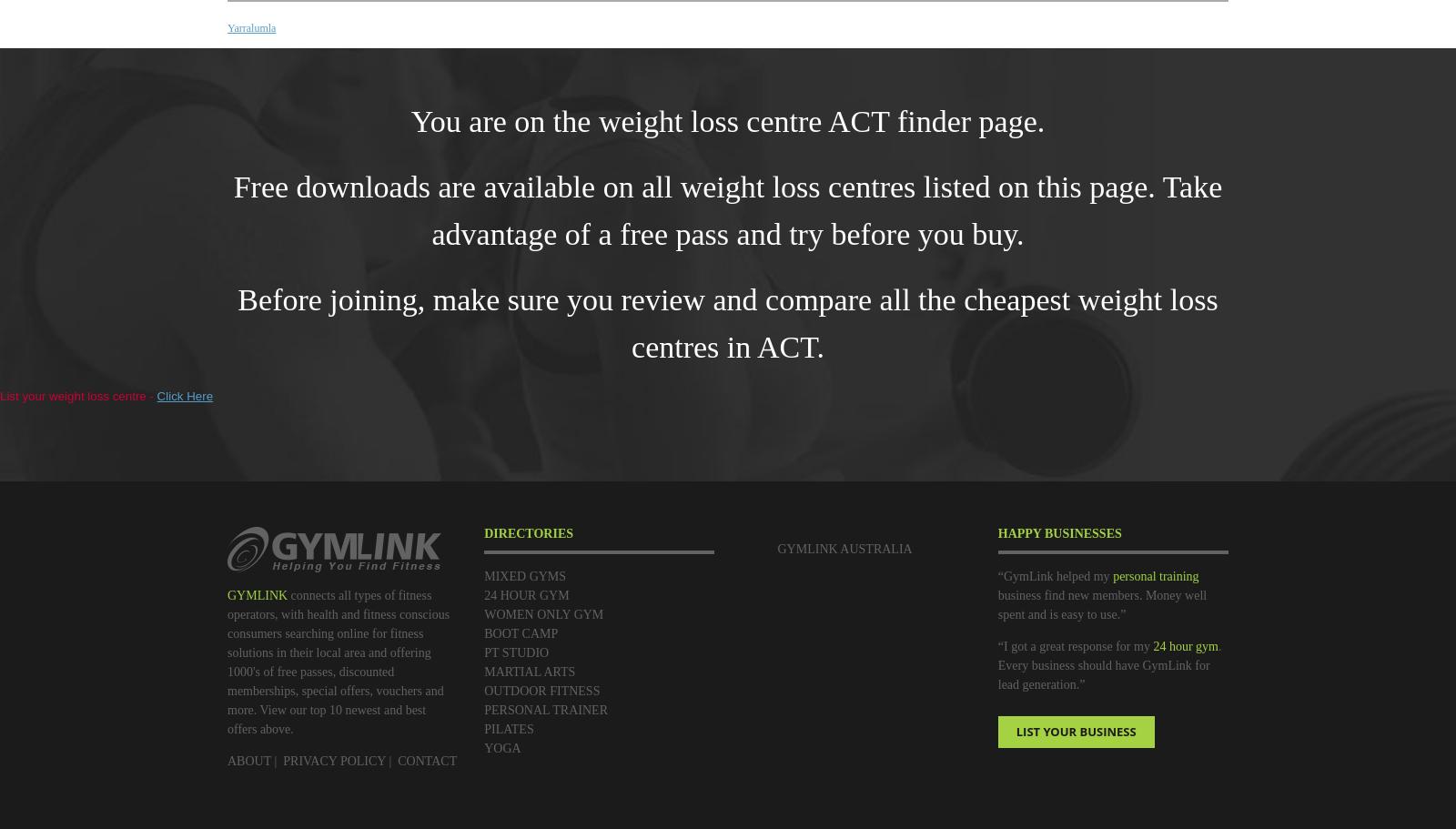  I want to click on 'Outdoor Fitness', so click(541, 690).